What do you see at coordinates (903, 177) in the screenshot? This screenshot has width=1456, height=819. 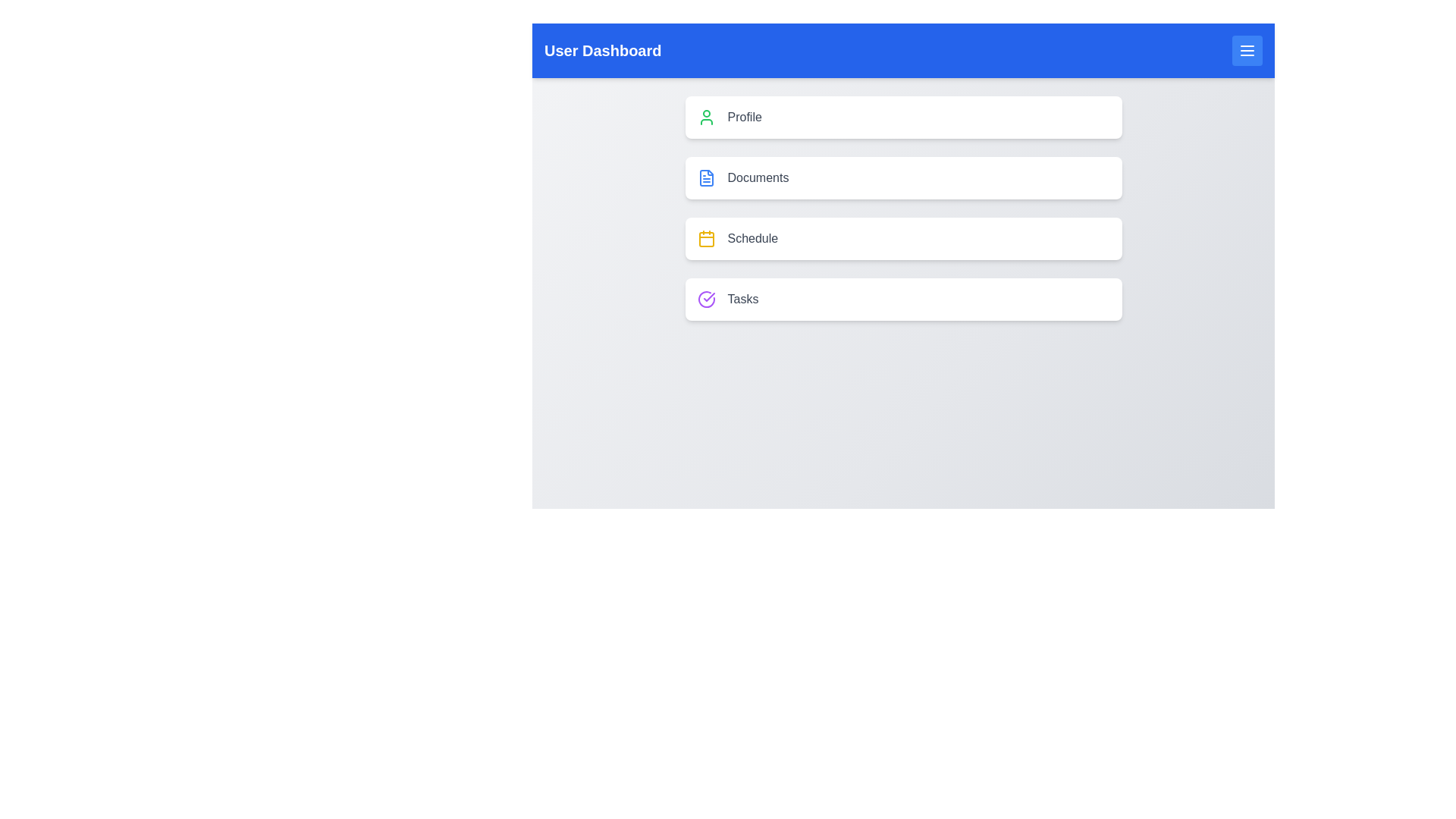 I see `the menu item Documents` at bounding box center [903, 177].